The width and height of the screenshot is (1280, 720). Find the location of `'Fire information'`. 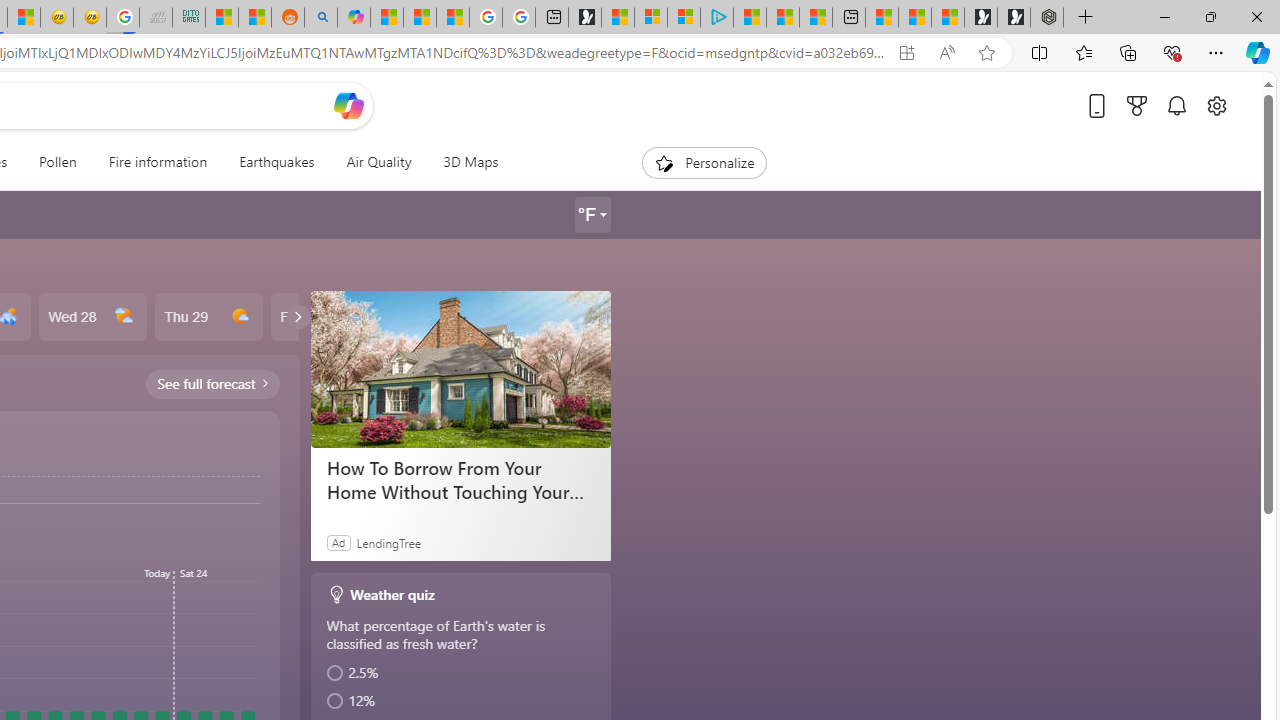

'Fire information' is located at coordinates (156, 162).